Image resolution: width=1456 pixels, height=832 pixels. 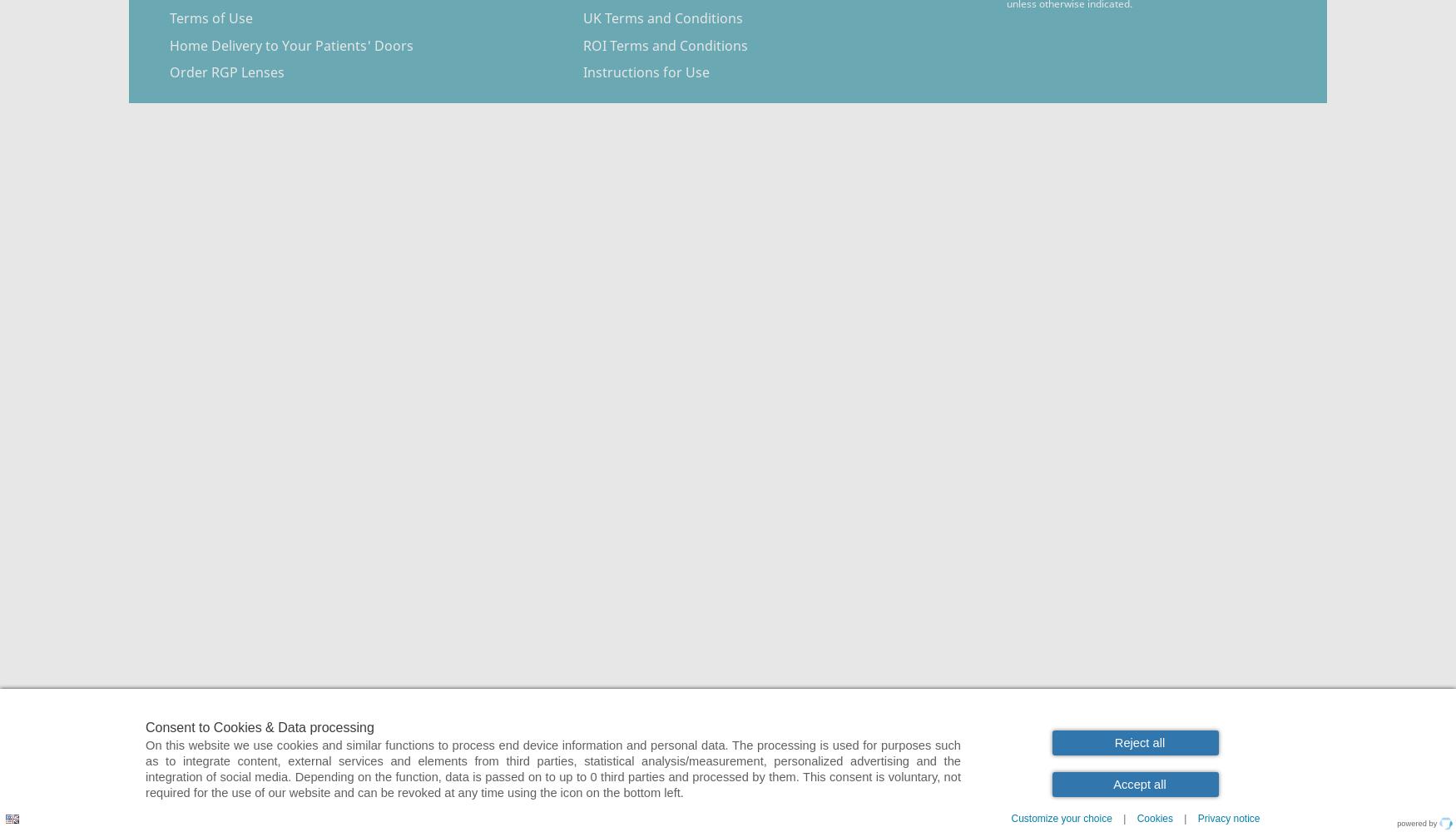 I want to click on 'Cookies', so click(x=1137, y=818).